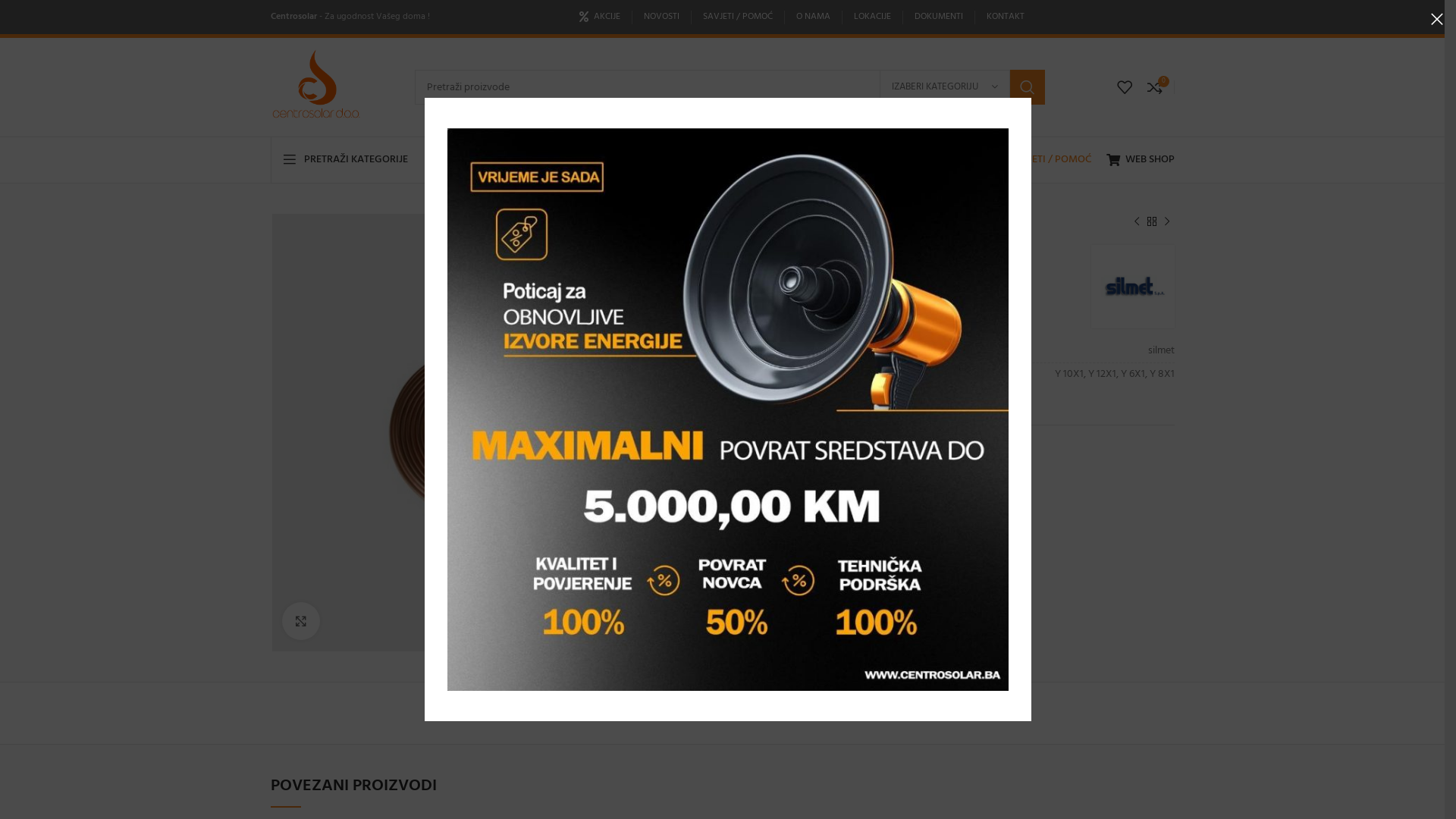 This screenshot has width=1456, height=819. I want to click on 'SEARCH', so click(1027, 87).